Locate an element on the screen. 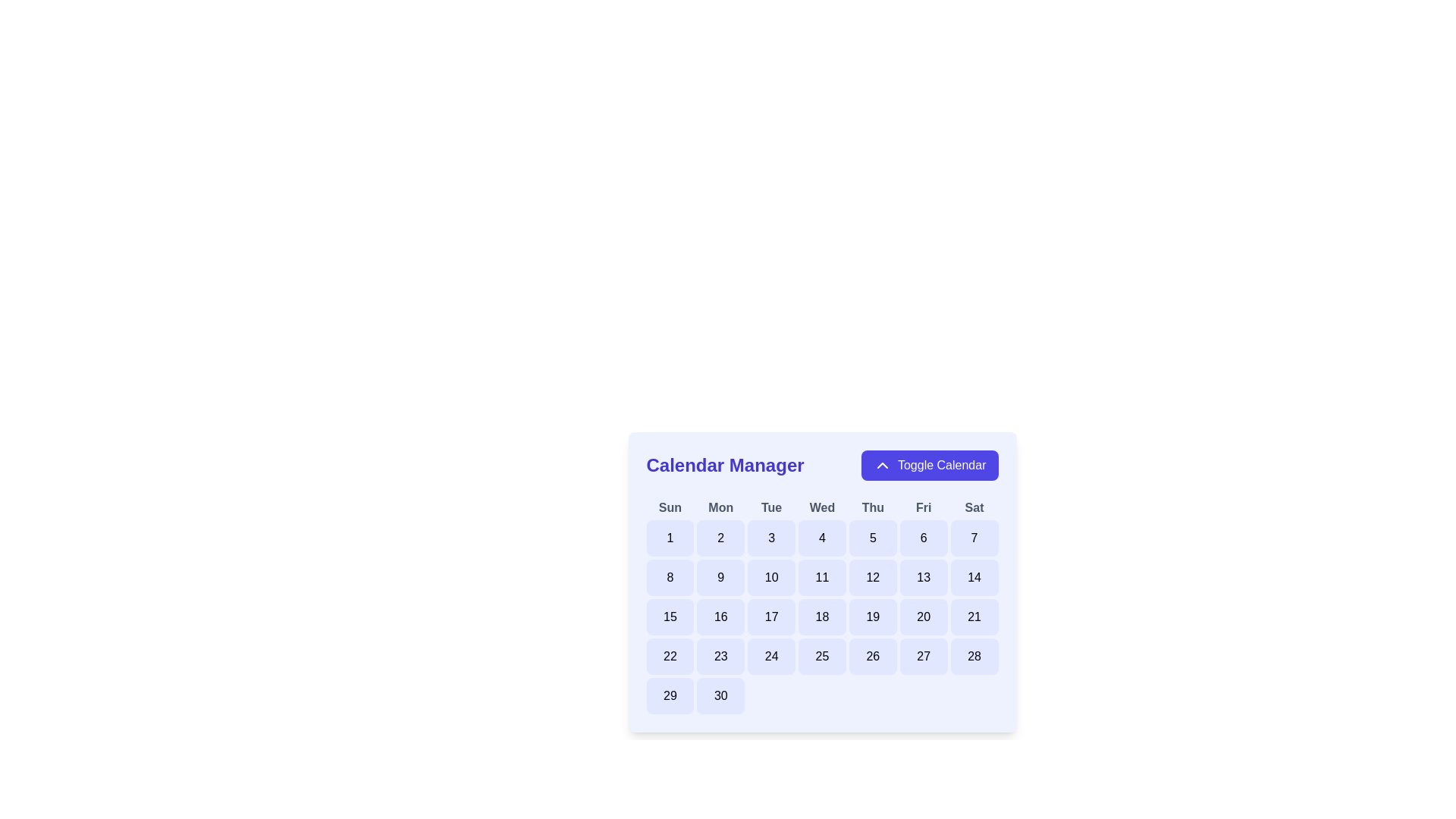  the button labeled '30' with a light indigo background, which is the last day in the fifth week of the calendar located in the sixth column is located at coordinates (720, 696).